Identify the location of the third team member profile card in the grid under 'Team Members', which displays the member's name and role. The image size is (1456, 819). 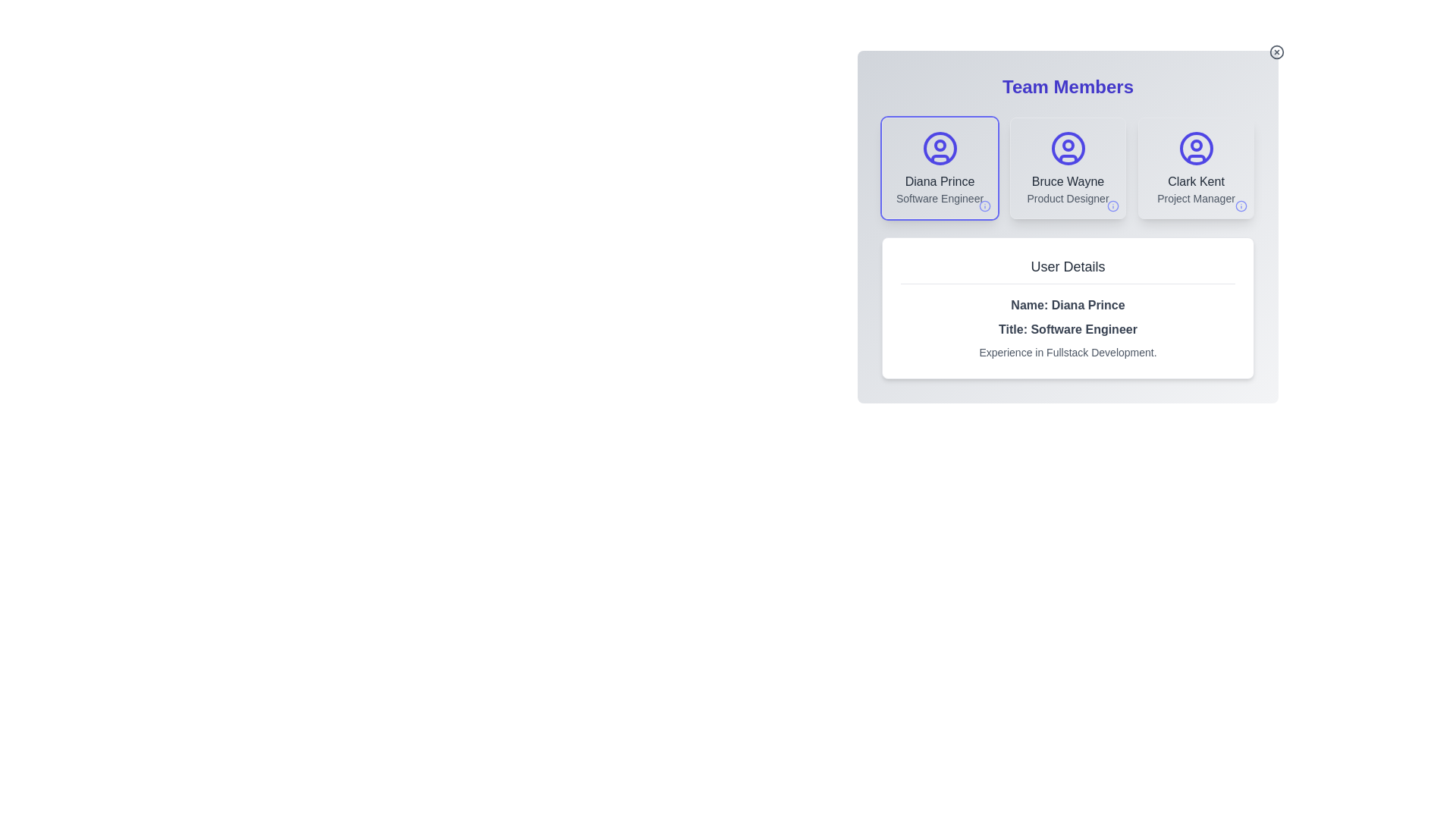
(1195, 168).